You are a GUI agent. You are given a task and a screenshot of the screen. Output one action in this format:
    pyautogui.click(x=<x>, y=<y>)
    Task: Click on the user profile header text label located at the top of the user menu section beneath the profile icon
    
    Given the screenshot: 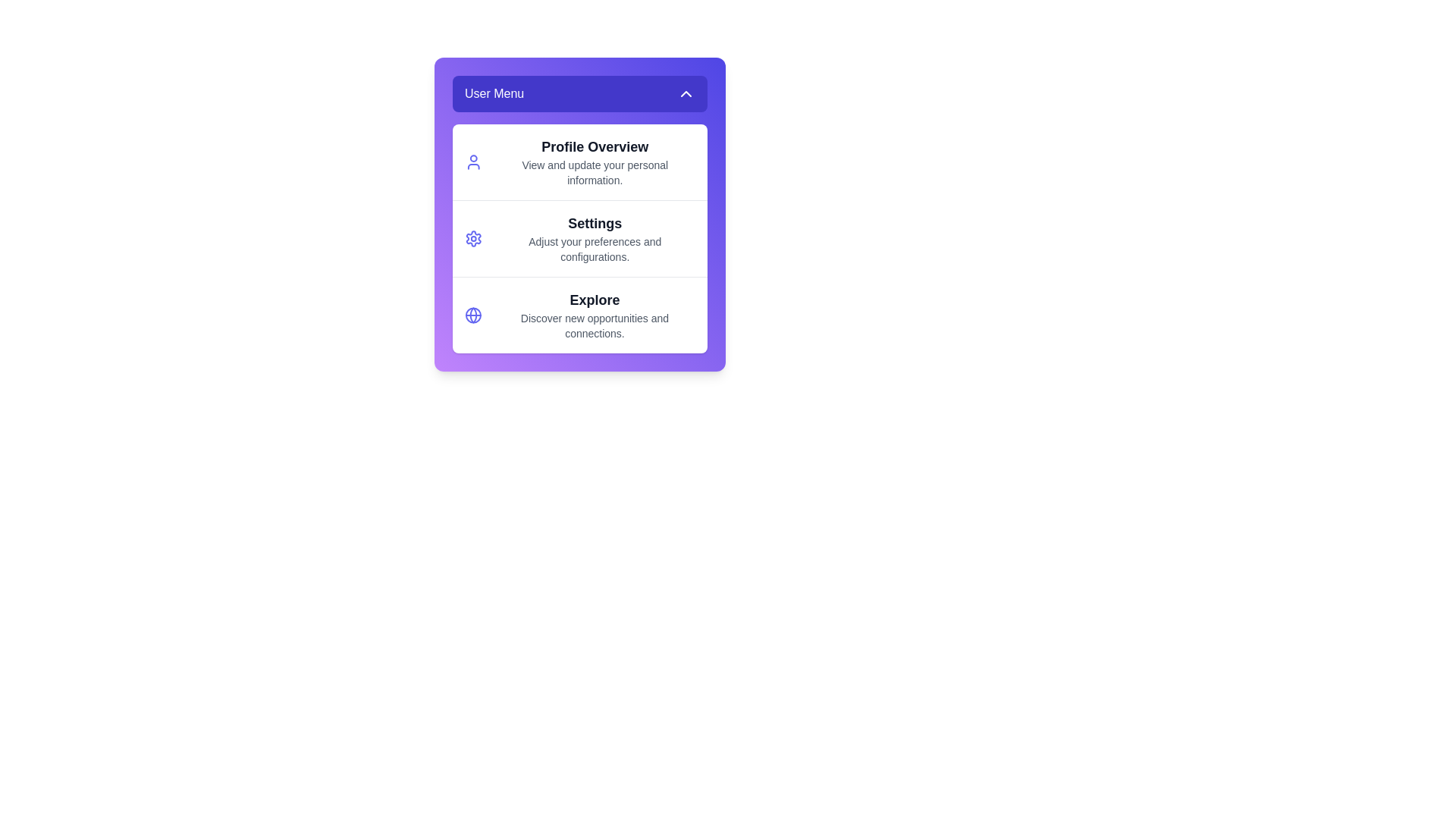 What is the action you would take?
    pyautogui.click(x=594, y=146)
    